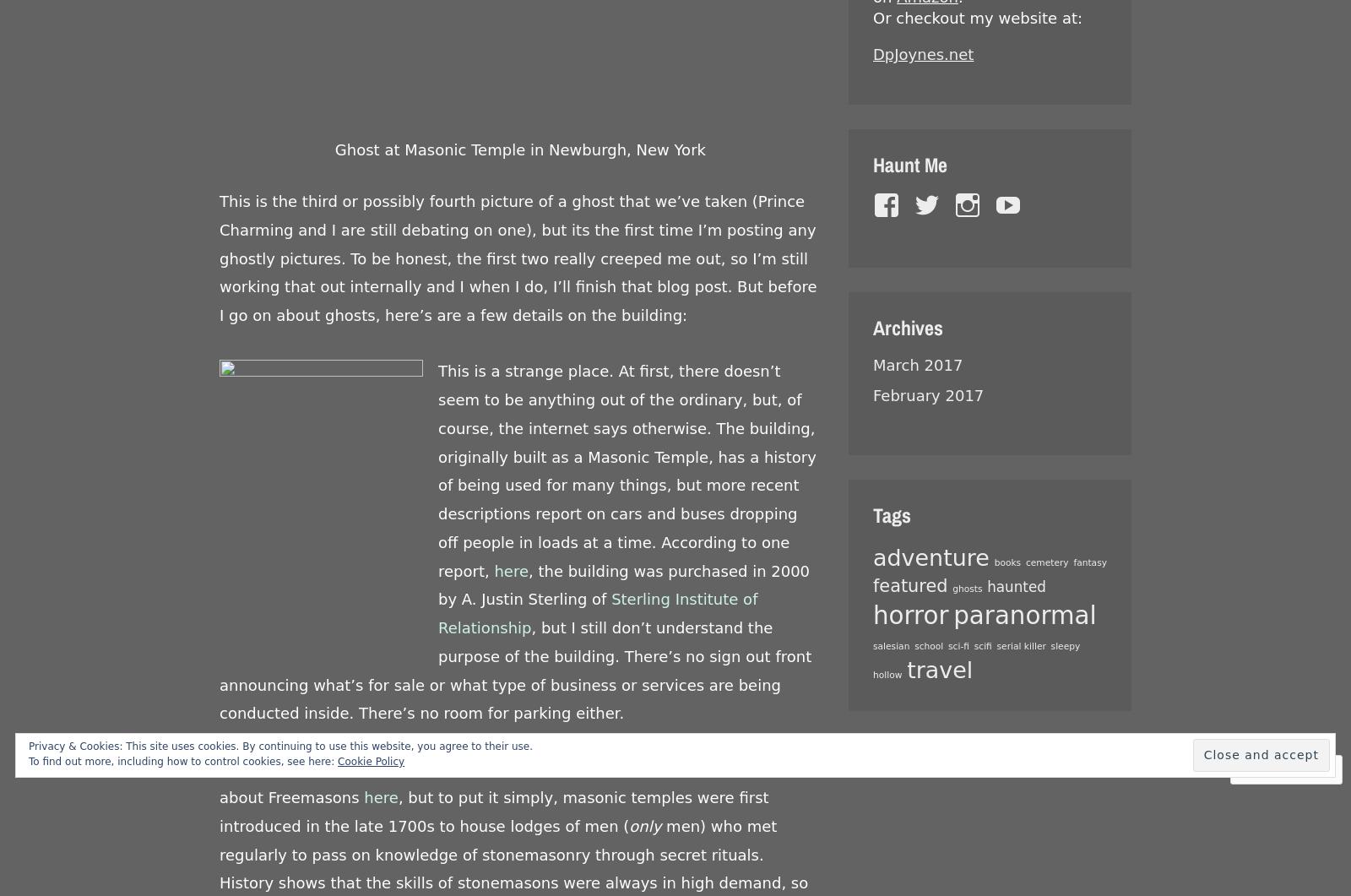  I want to click on 'school', so click(914, 646).